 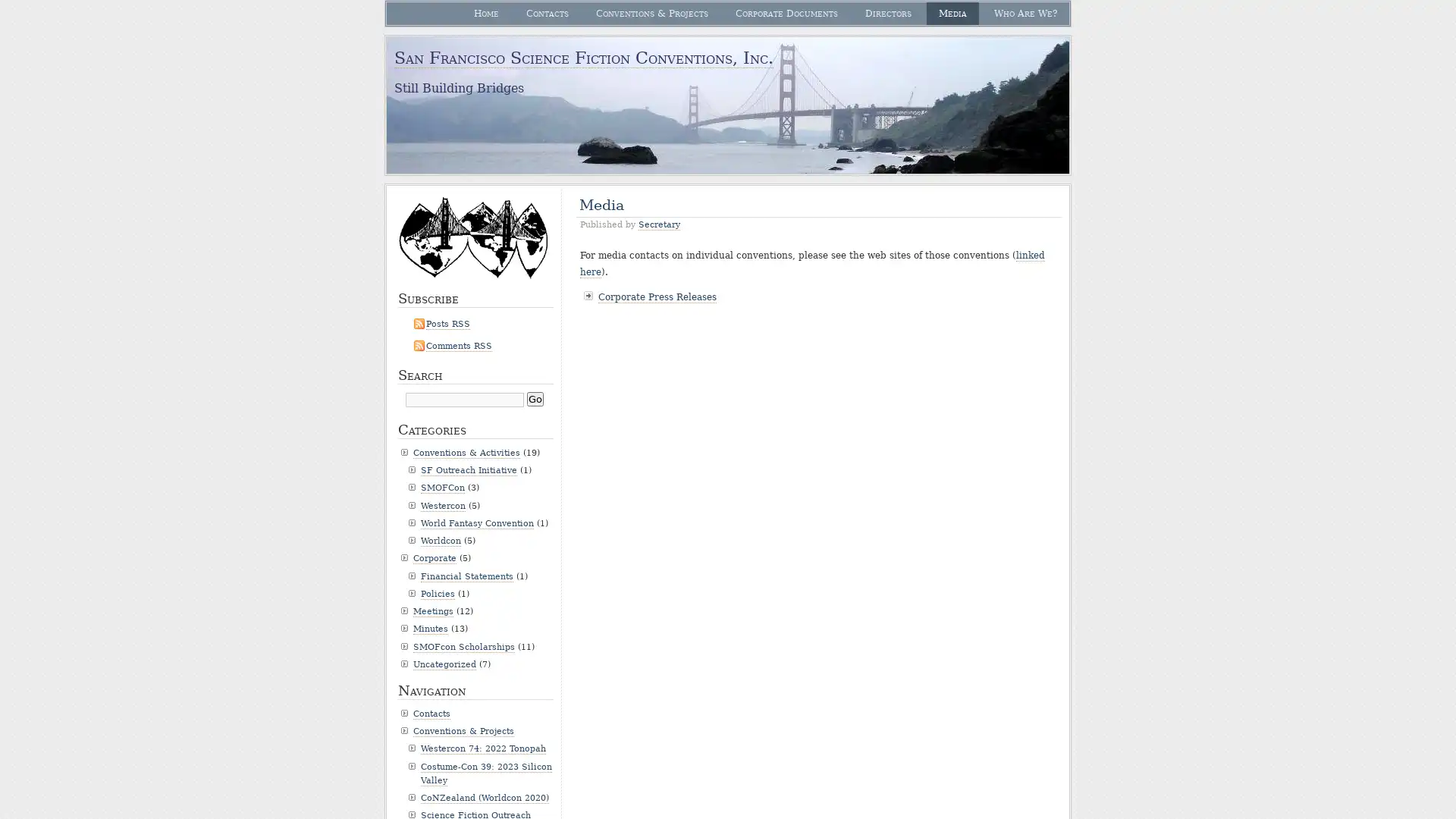 I want to click on Go, so click(x=535, y=397).